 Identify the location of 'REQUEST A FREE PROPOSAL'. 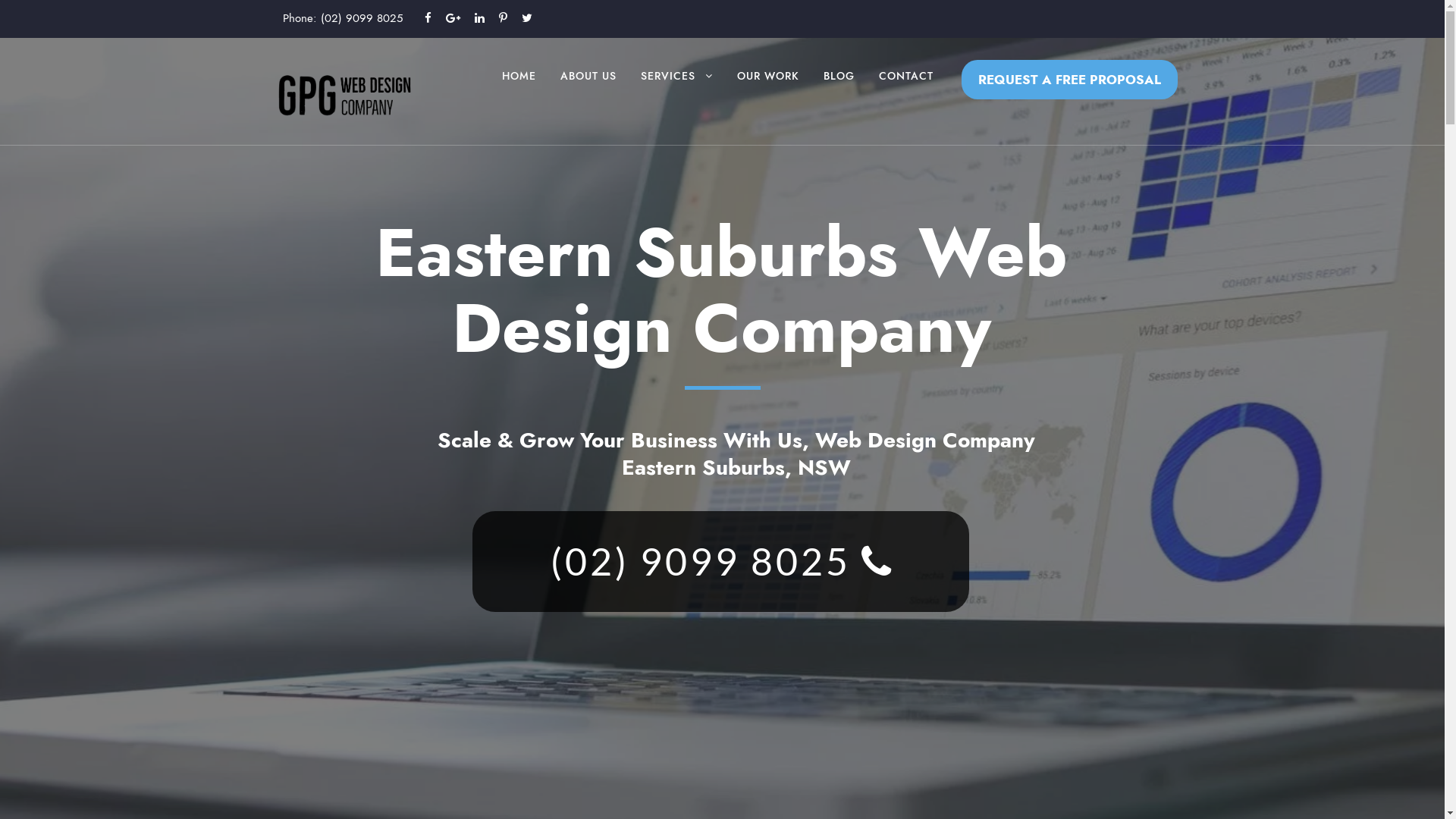
(1068, 79).